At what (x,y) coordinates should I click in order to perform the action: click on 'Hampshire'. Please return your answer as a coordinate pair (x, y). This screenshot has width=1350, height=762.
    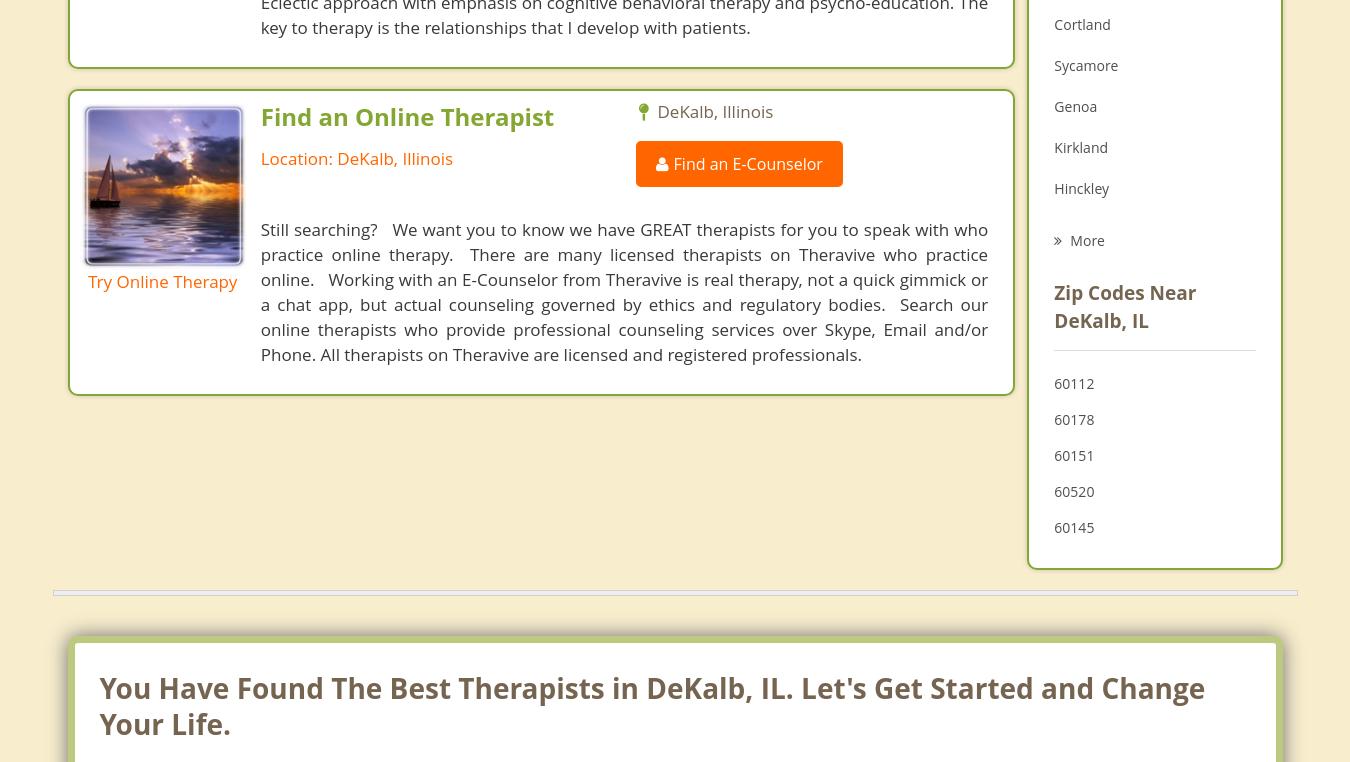
    Looking at the image, I should click on (1089, 310).